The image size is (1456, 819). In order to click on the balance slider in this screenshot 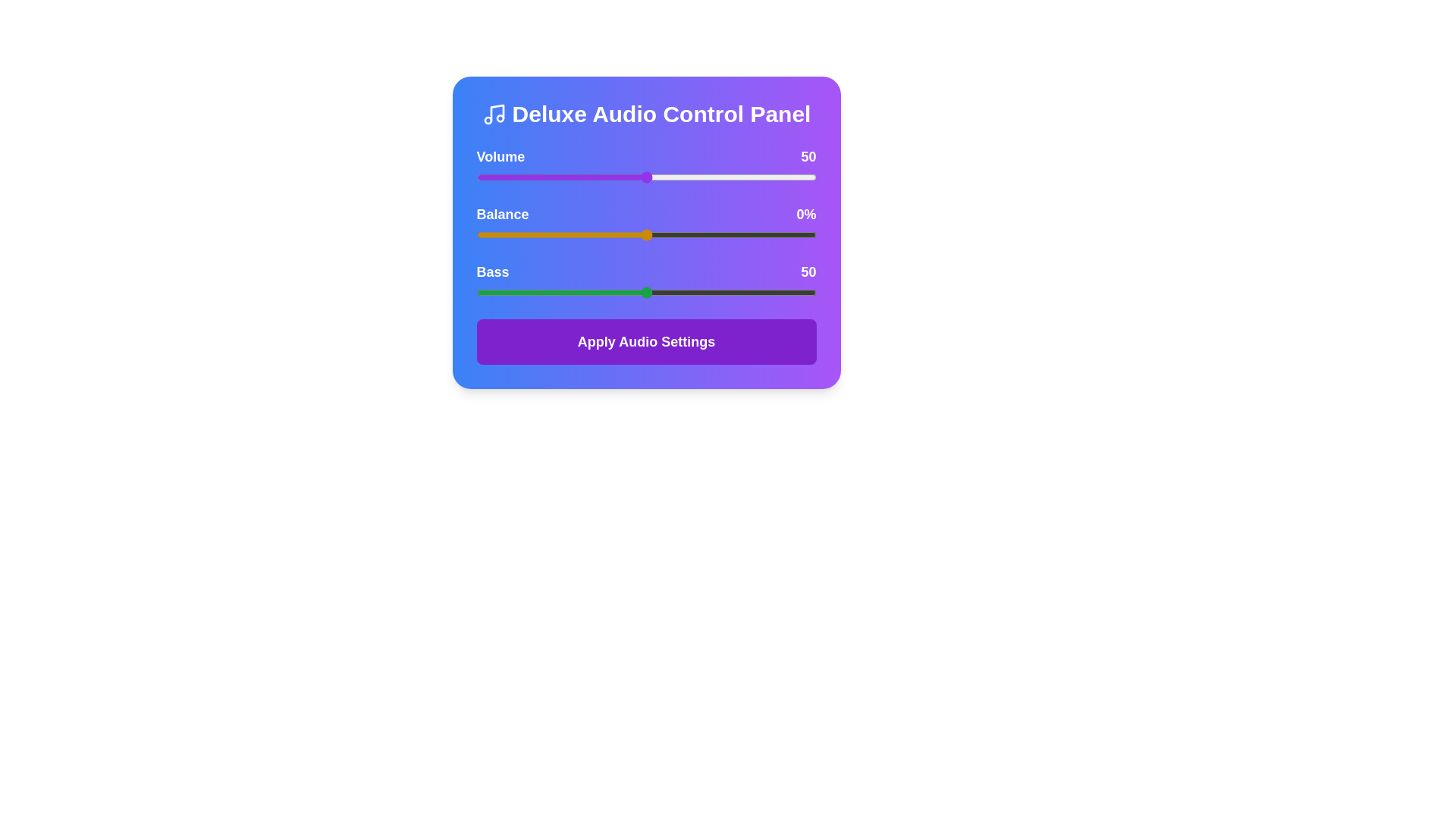, I will do `click(811, 234)`.